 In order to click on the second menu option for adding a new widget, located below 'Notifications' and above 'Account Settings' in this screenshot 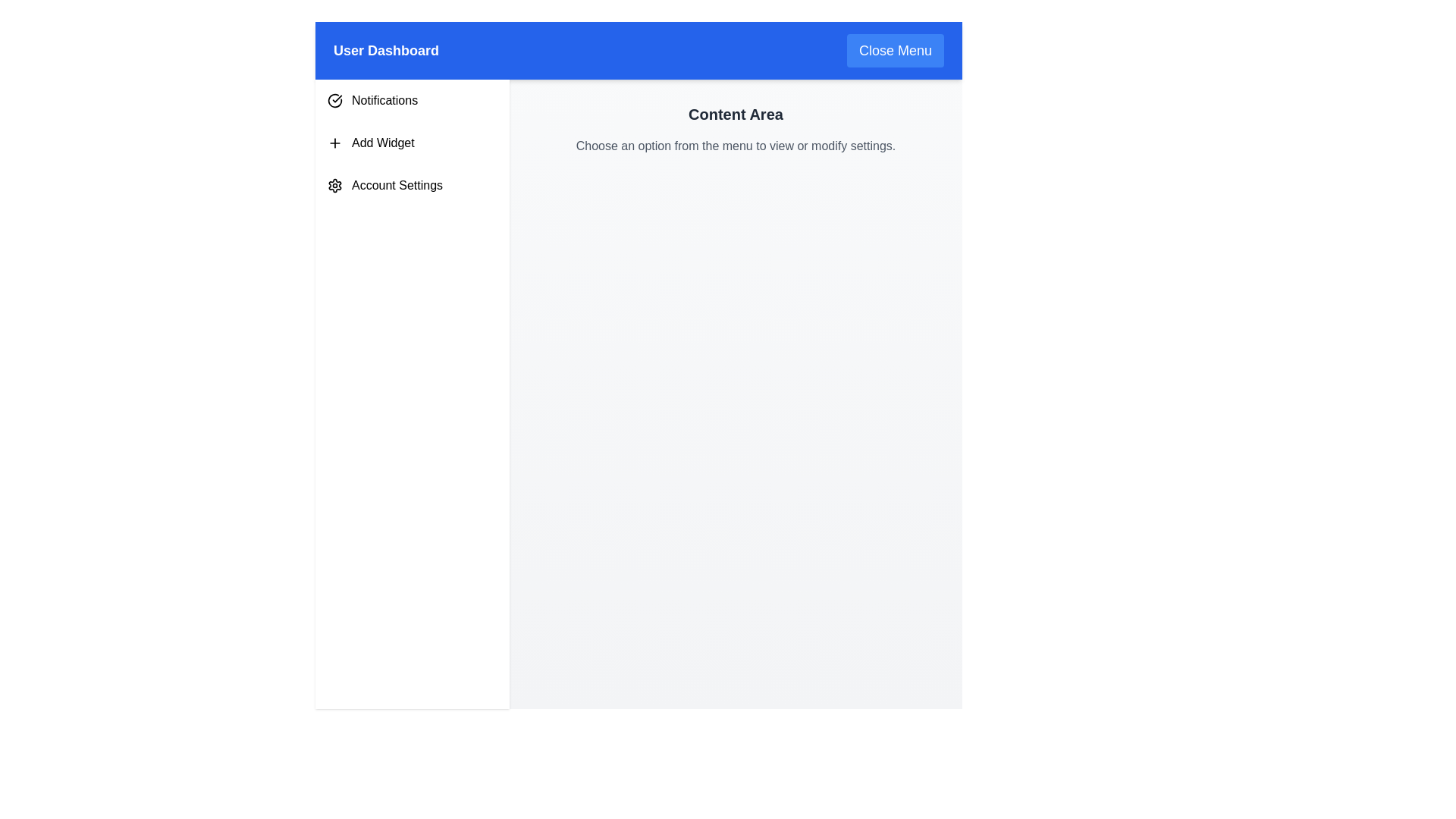, I will do `click(412, 143)`.